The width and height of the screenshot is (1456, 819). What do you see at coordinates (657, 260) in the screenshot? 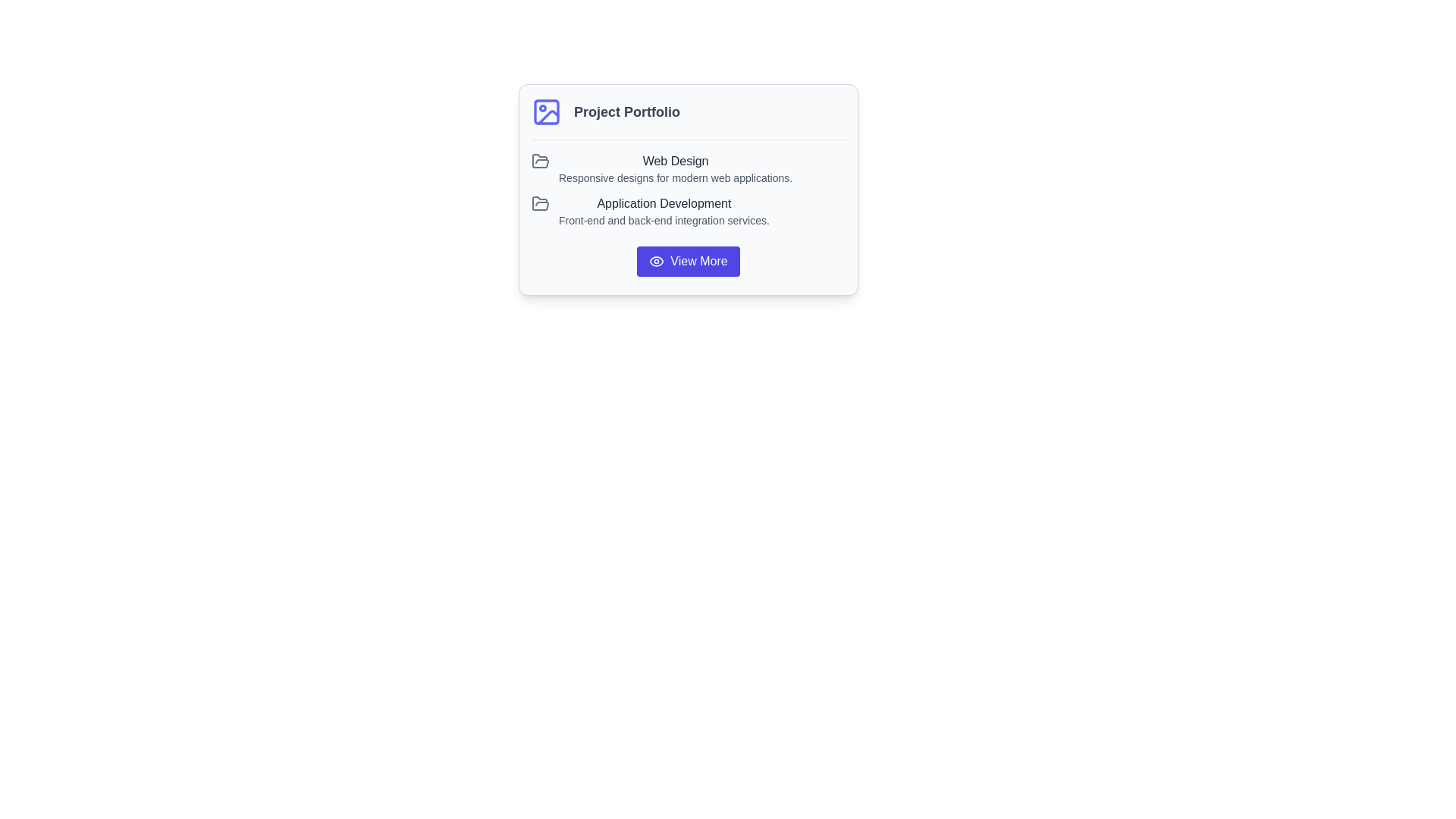
I see `the icon located within the 'View More' button, positioned to the left of the text 'View More' near the lower right corner of the card interface` at bounding box center [657, 260].